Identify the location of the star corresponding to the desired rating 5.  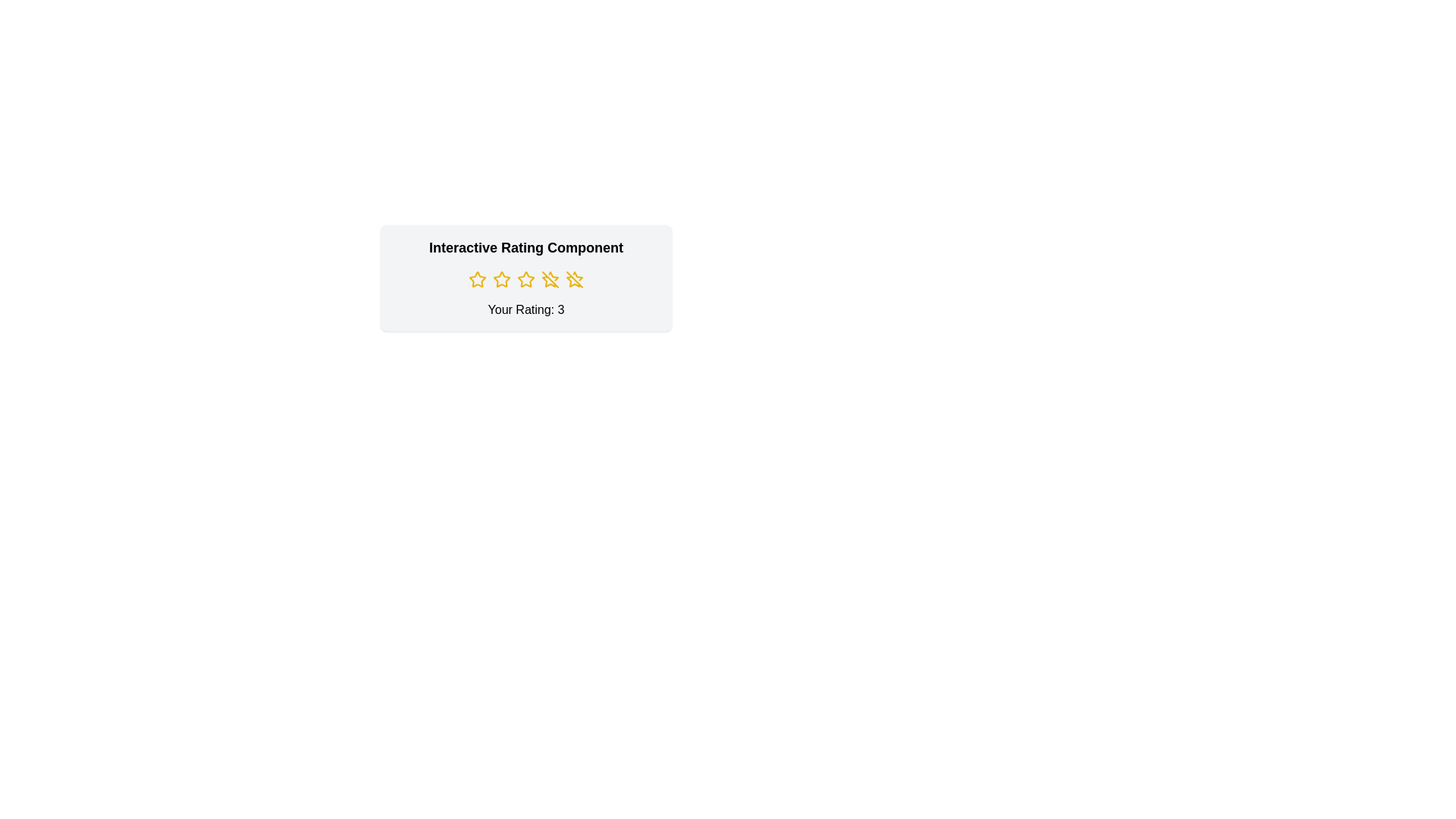
(574, 280).